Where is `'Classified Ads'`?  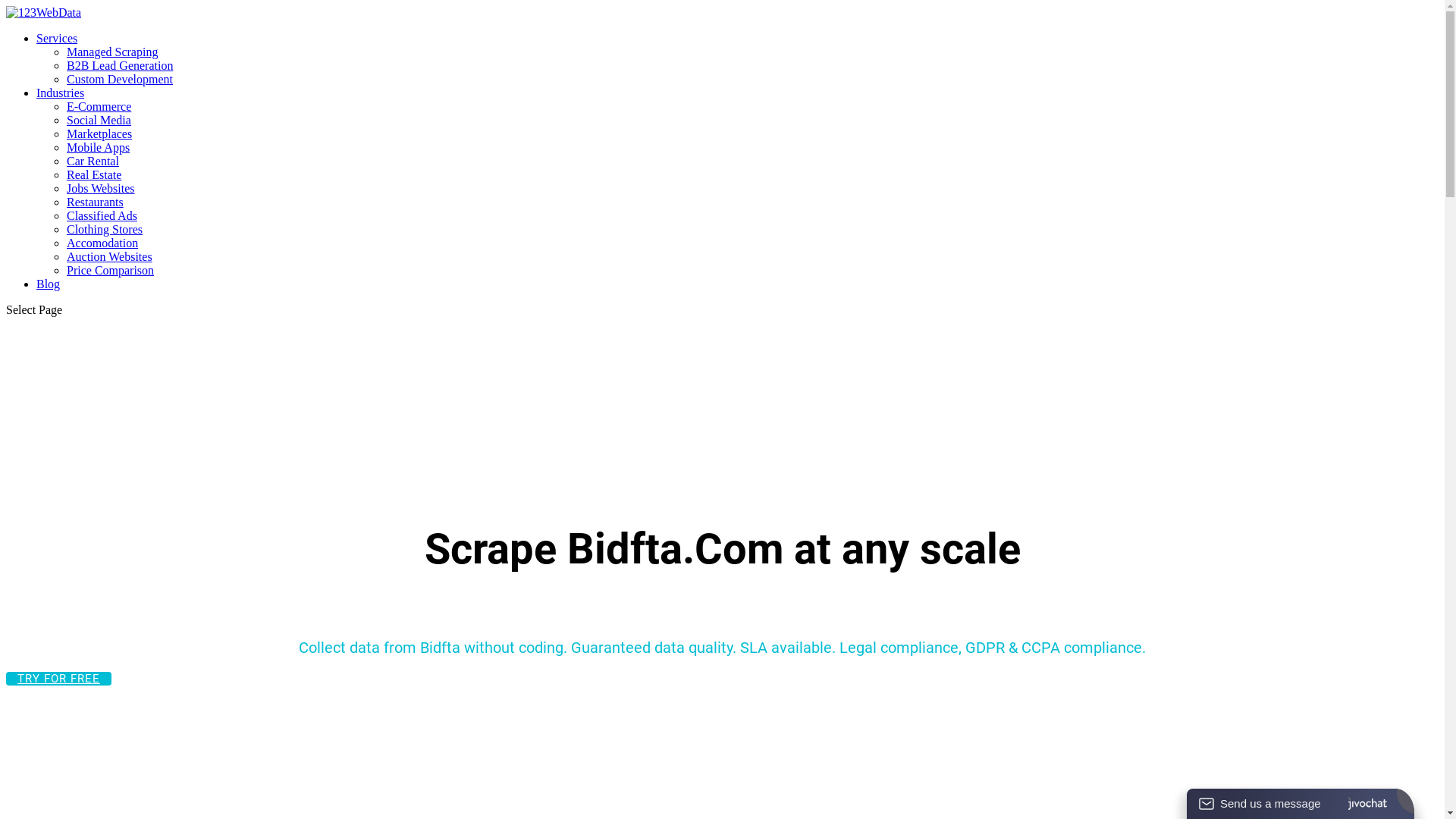
'Classified Ads' is located at coordinates (101, 215).